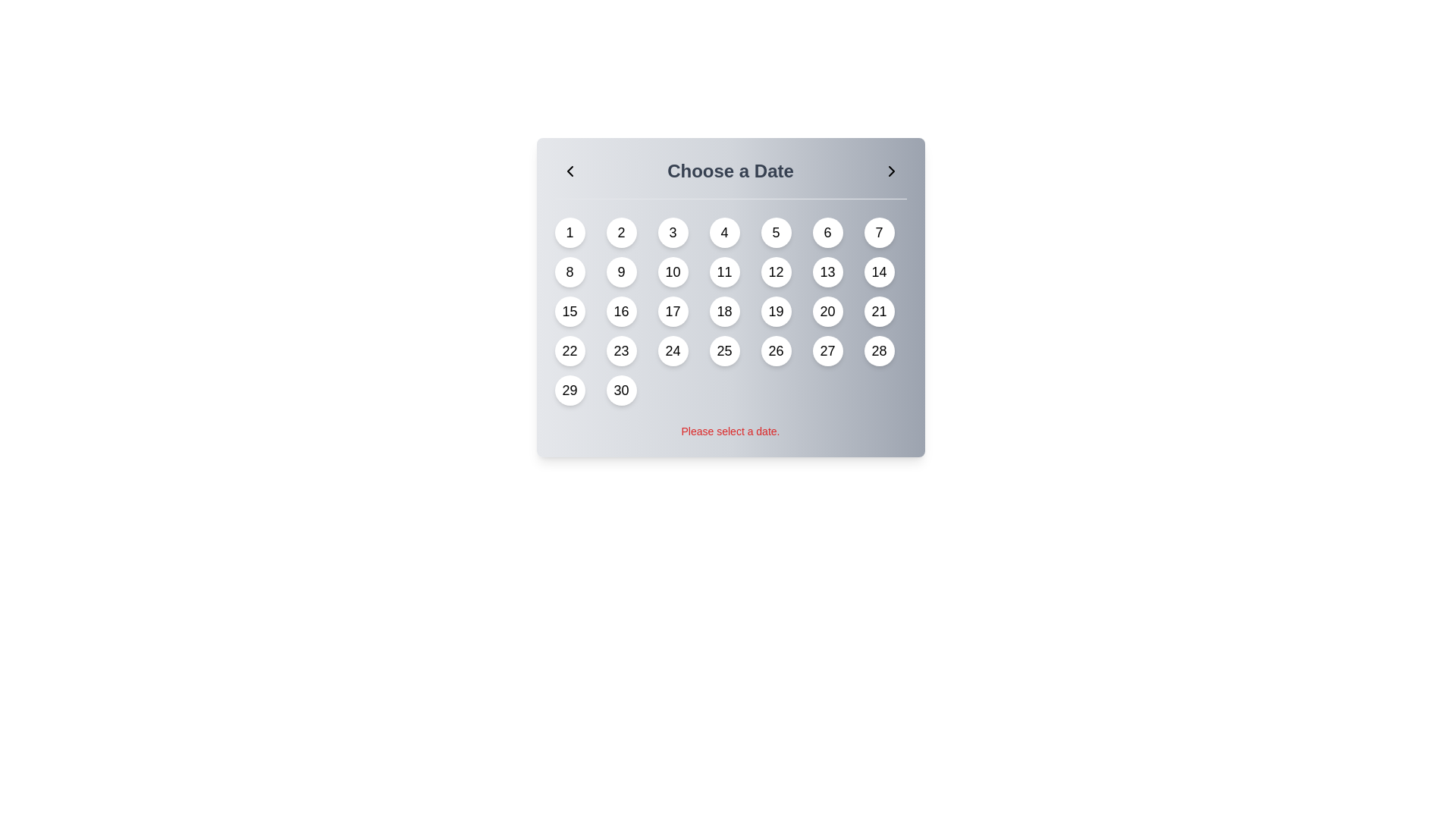 The height and width of the screenshot is (819, 1456). What do you see at coordinates (879, 271) in the screenshot?
I see `the circular button labeled '14'` at bounding box center [879, 271].